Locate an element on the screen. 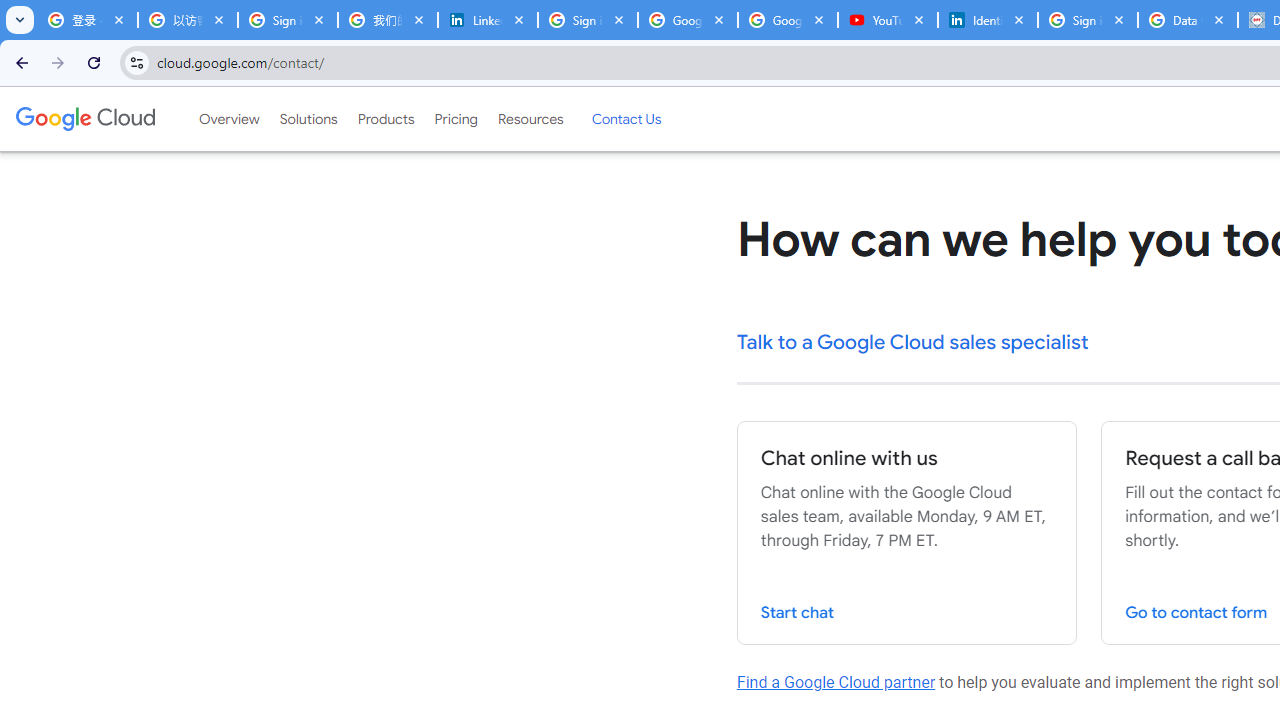 This screenshot has height=720, width=1280. 'Identity verification via Persona | LinkedIn Help' is located at coordinates (988, 20).